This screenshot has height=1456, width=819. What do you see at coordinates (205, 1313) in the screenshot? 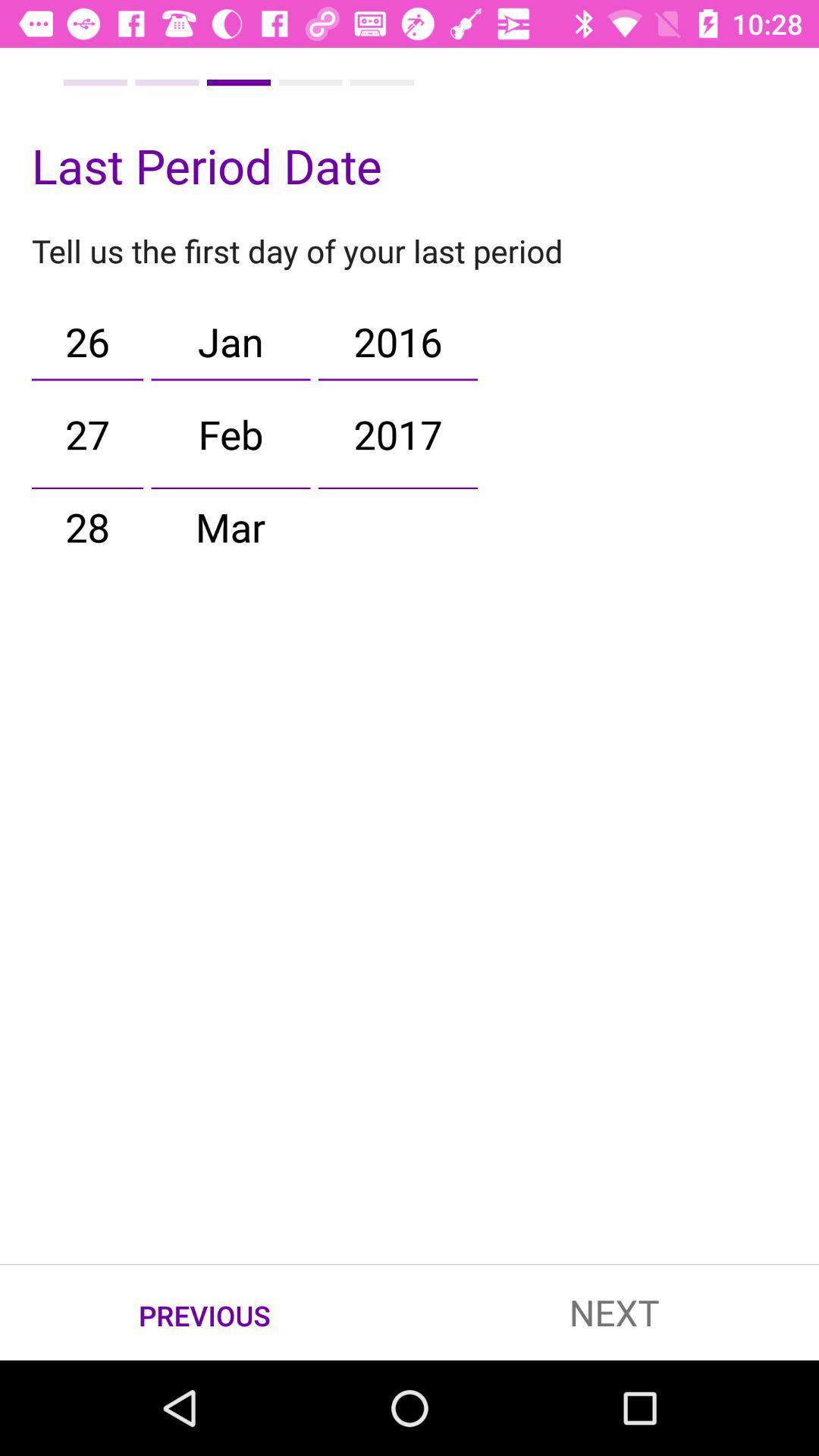
I see `icon next to next` at bounding box center [205, 1313].